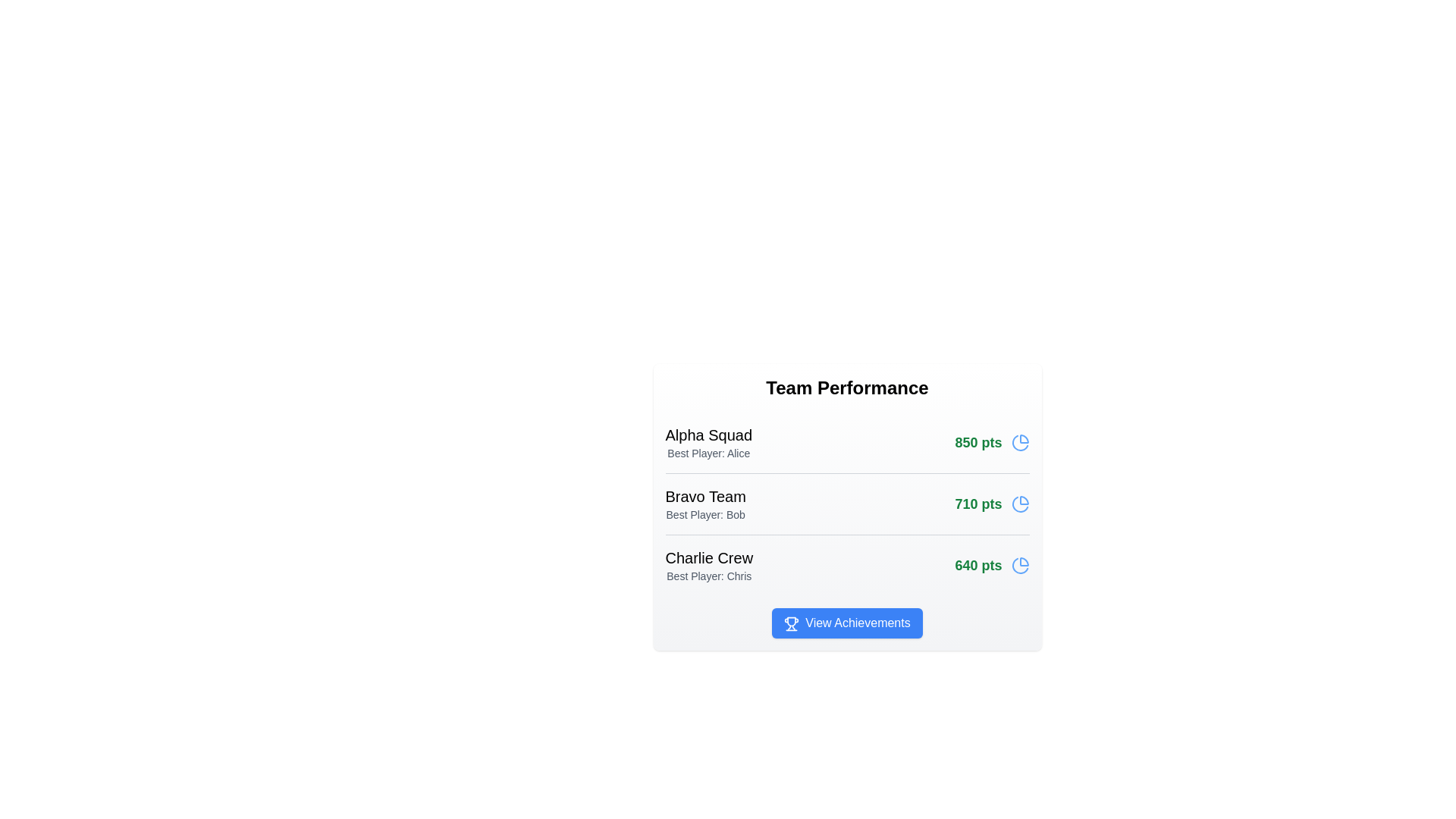  I want to click on the pie chart icon for Alpha Squad, so click(1020, 442).